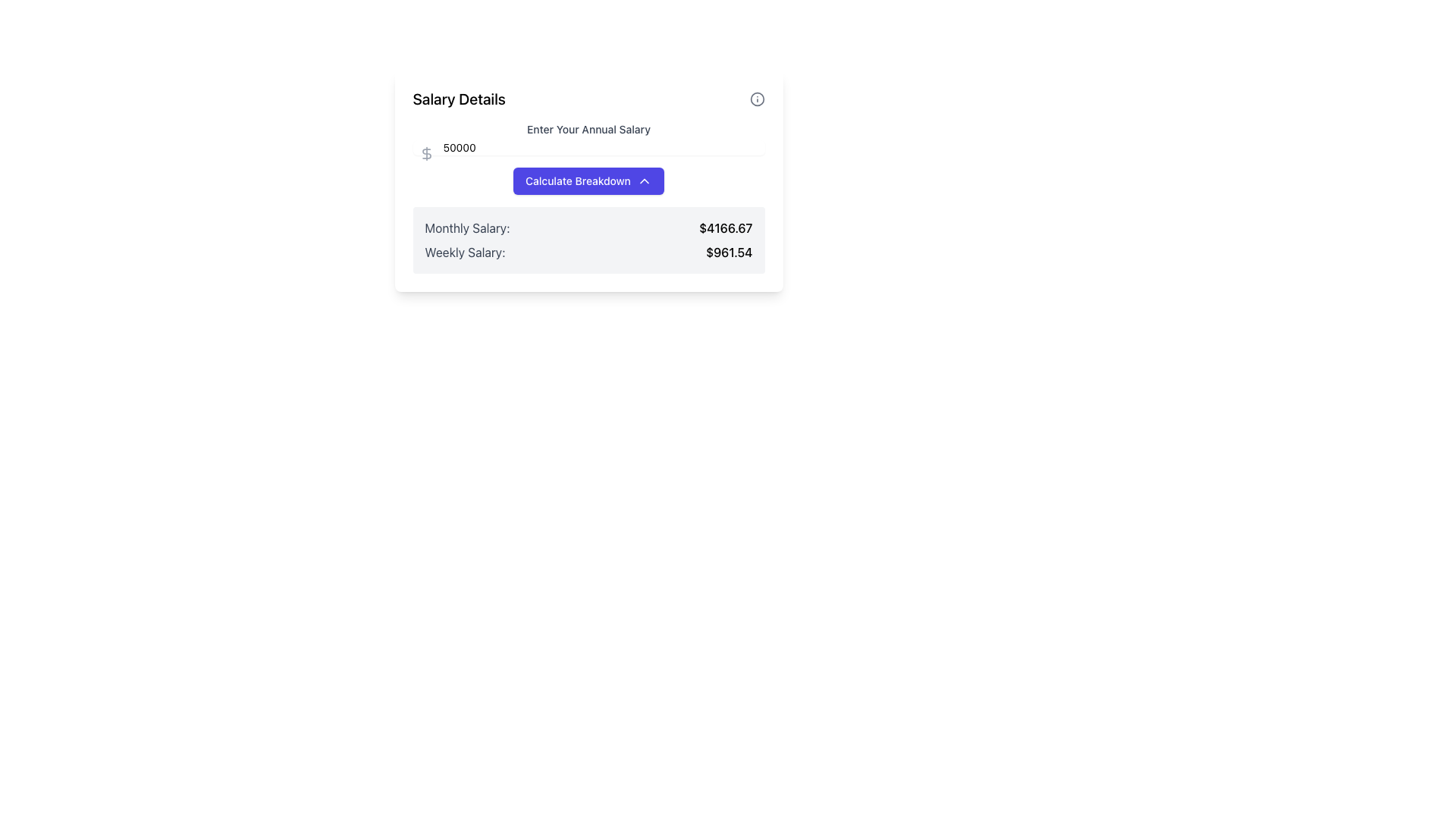 The height and width of the screenshot is (819, 1456). Describe the element at coordinates (757, 99) in the screenshot. I see `the circular 'Info' icon in the header section labeled 'Salary Details'` at that location.